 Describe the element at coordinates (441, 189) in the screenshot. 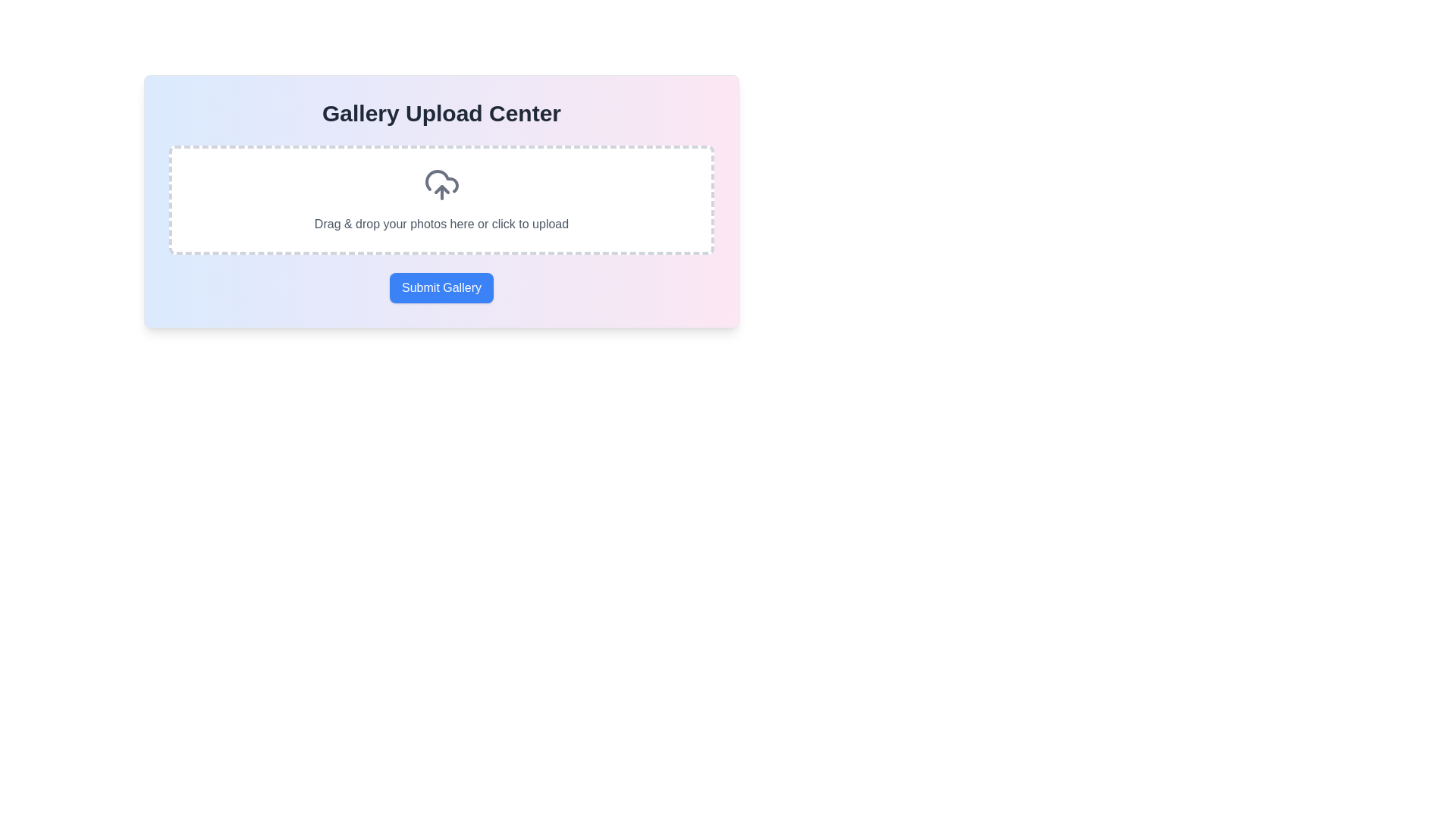

I see `the symmetric triangular icon resembling an upward arrow at the center of the cloud upload graphic, located under the text 'Gallery Upload Center'` at that location.